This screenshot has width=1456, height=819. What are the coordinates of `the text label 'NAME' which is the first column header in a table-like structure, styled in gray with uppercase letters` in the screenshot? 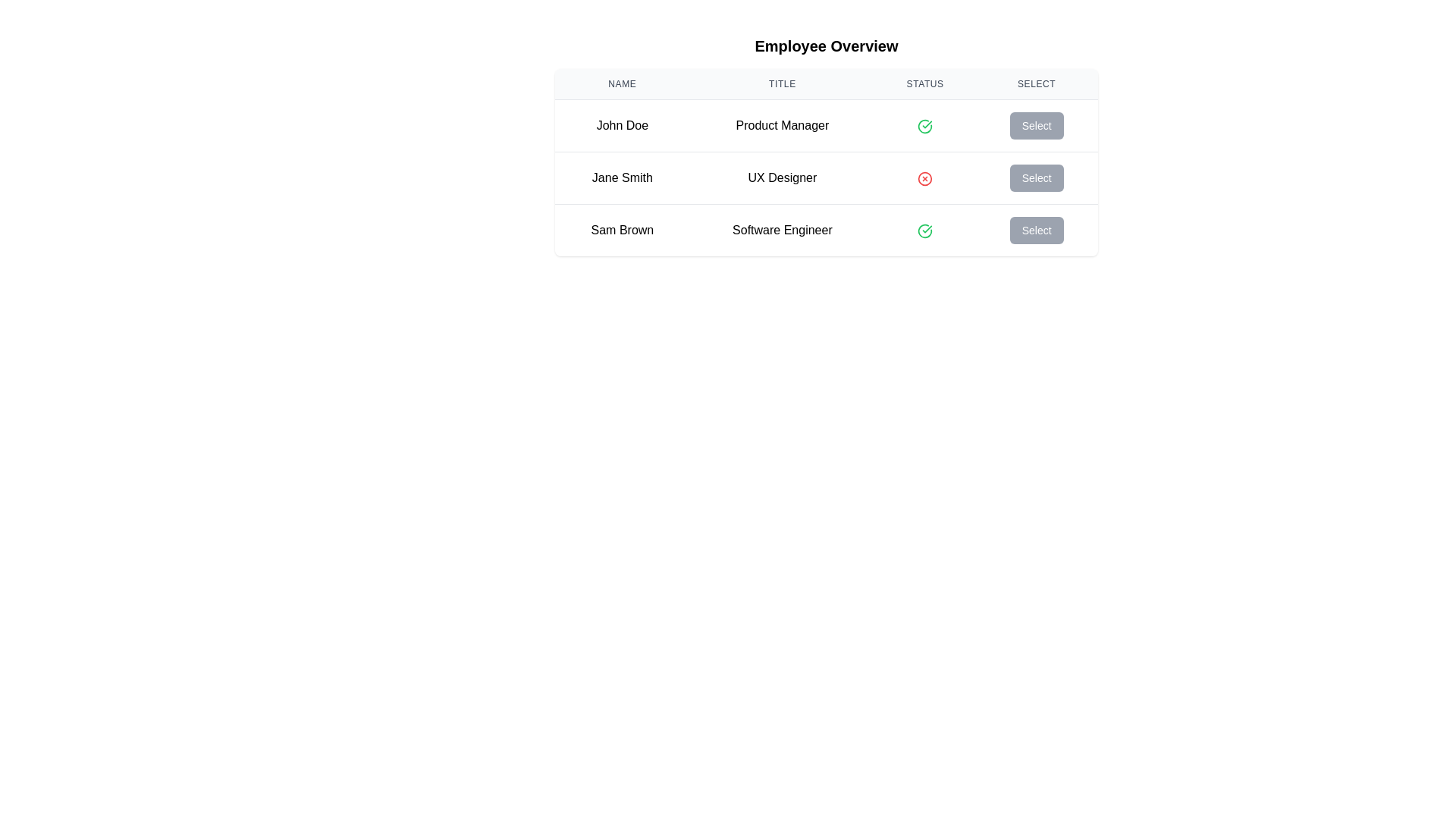 It's located at (622, 84).